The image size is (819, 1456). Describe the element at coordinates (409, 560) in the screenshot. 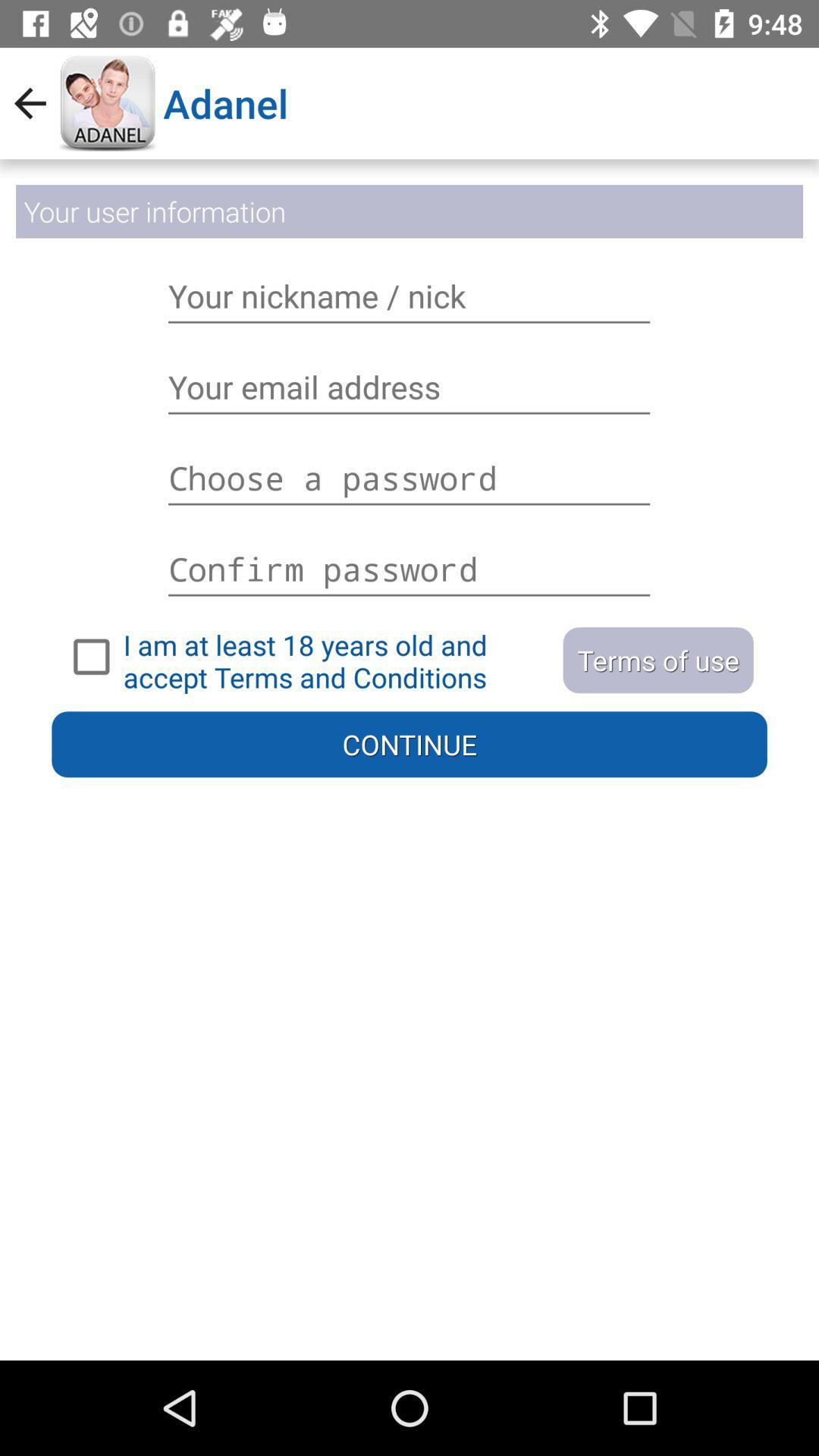

I see `confirm password` at that location.